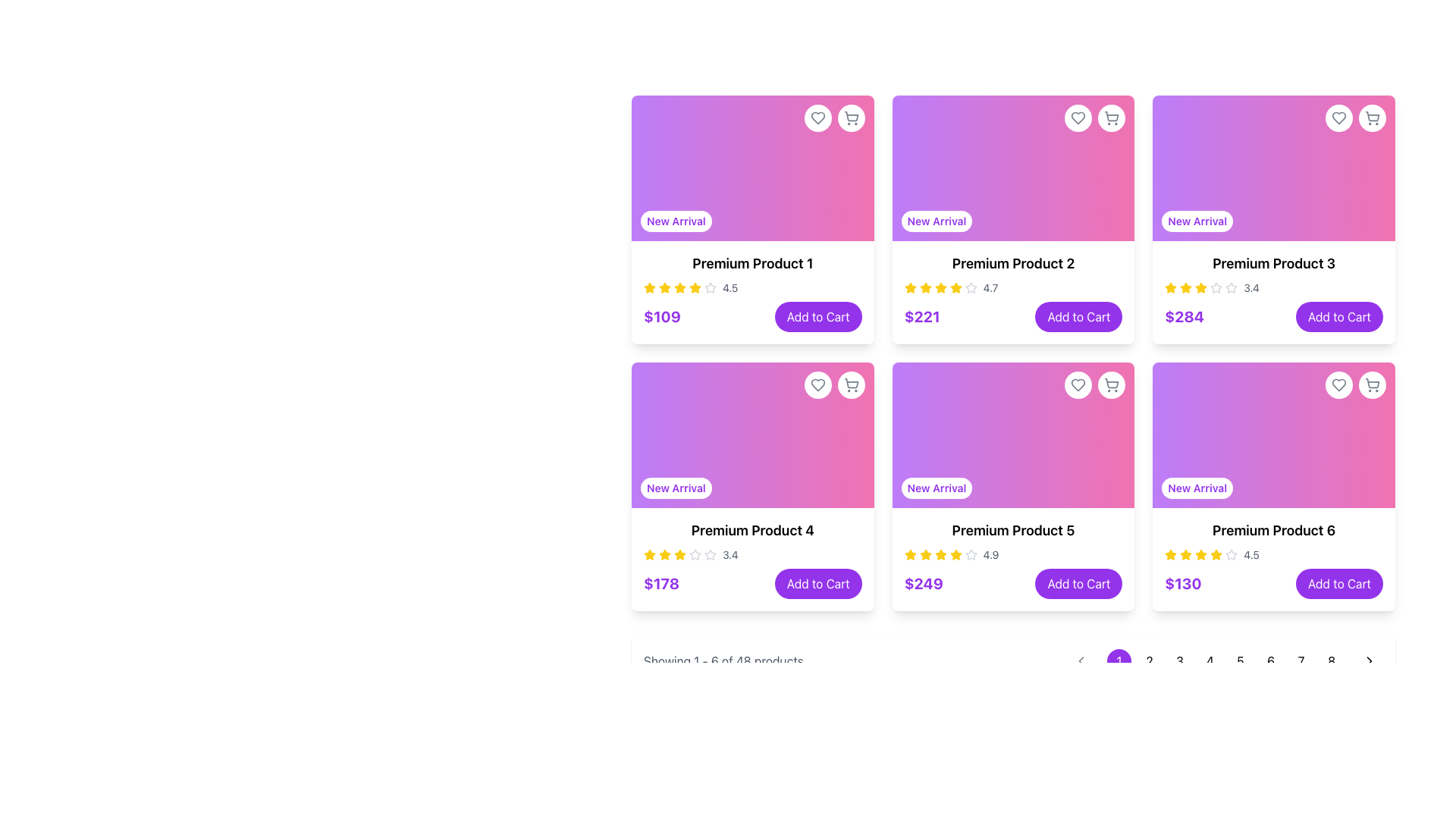 The image size is (1456, 819). I want to click on the first star icon representing the rating of 'Premium Product 6', located at the bottom-right corner of the product card, so click(1170, 555).